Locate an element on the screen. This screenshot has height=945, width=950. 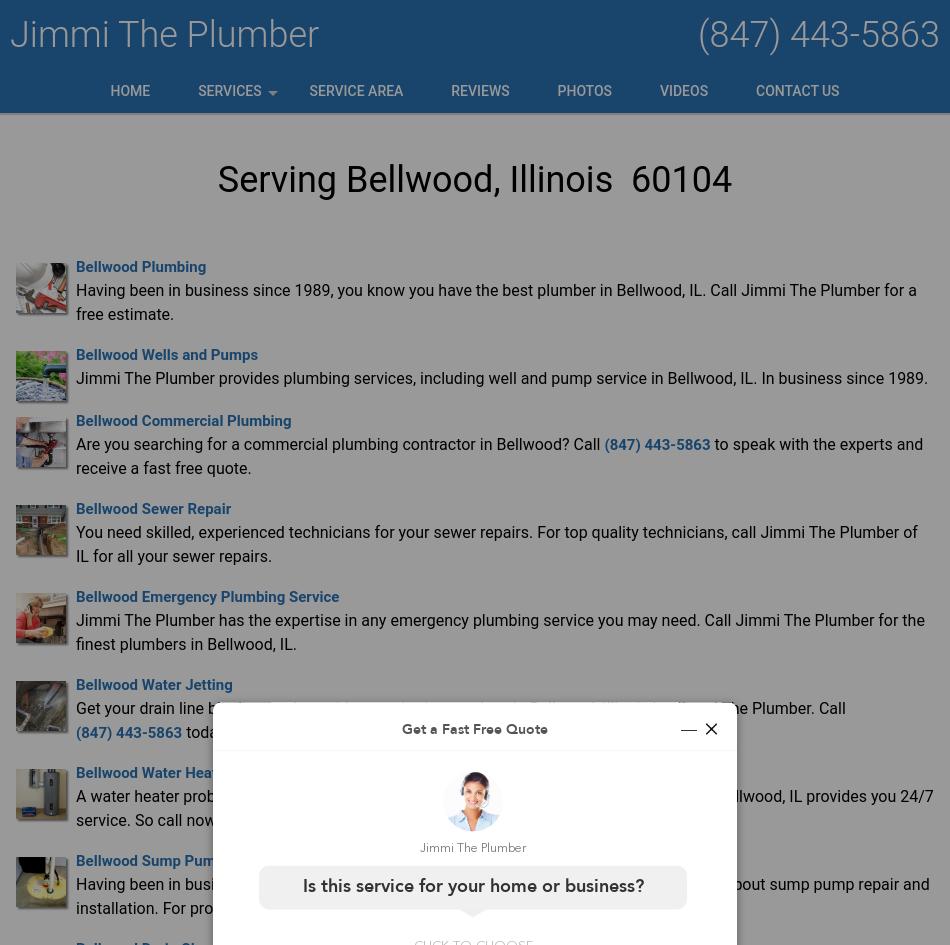
'Bellwood Water Jetting' is located at coordinates (153, 683).